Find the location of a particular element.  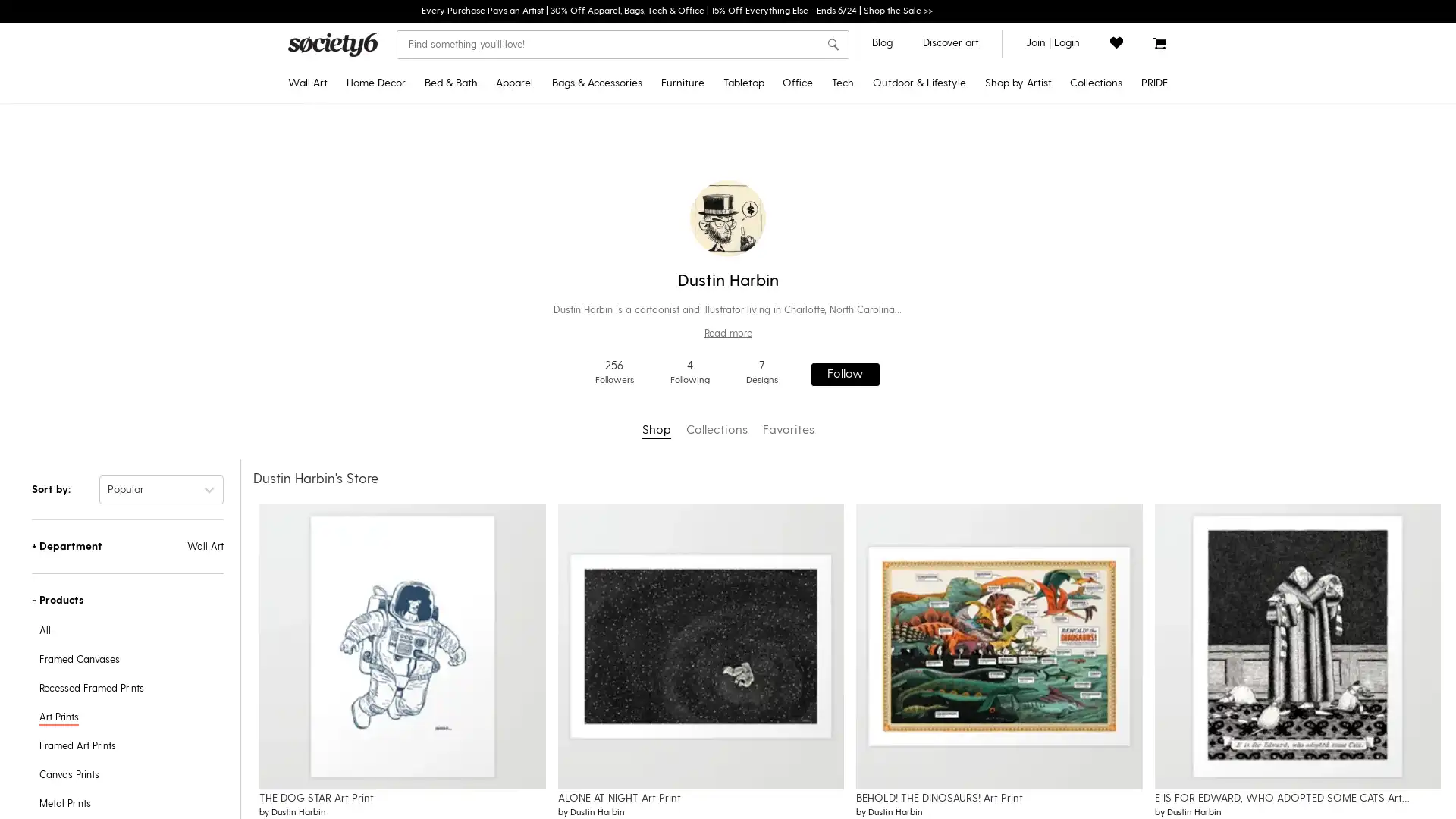

Face Masks is located at coordinates (607, 292).